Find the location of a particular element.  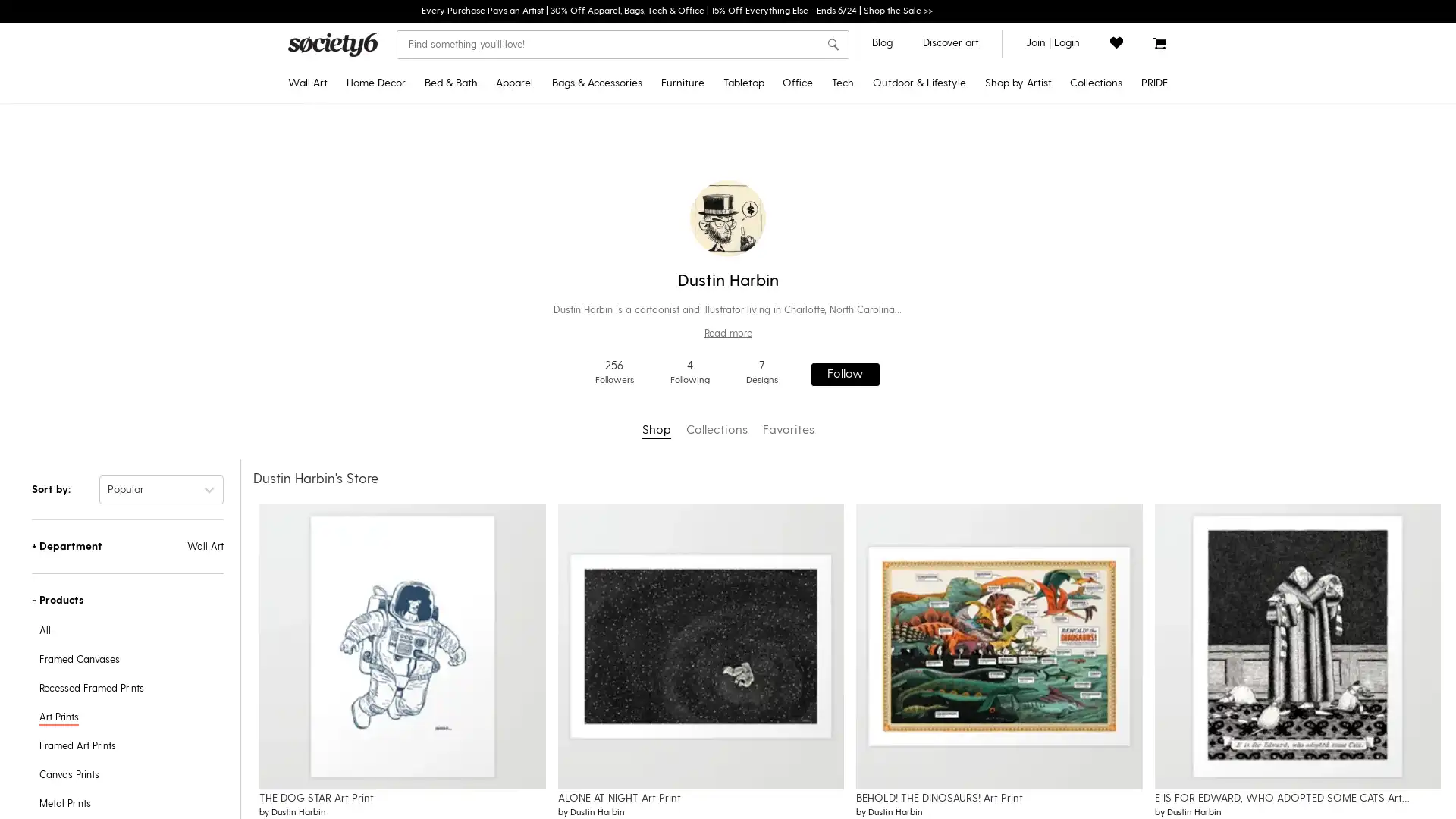

Face Masks is located at coordinates (607, 292).